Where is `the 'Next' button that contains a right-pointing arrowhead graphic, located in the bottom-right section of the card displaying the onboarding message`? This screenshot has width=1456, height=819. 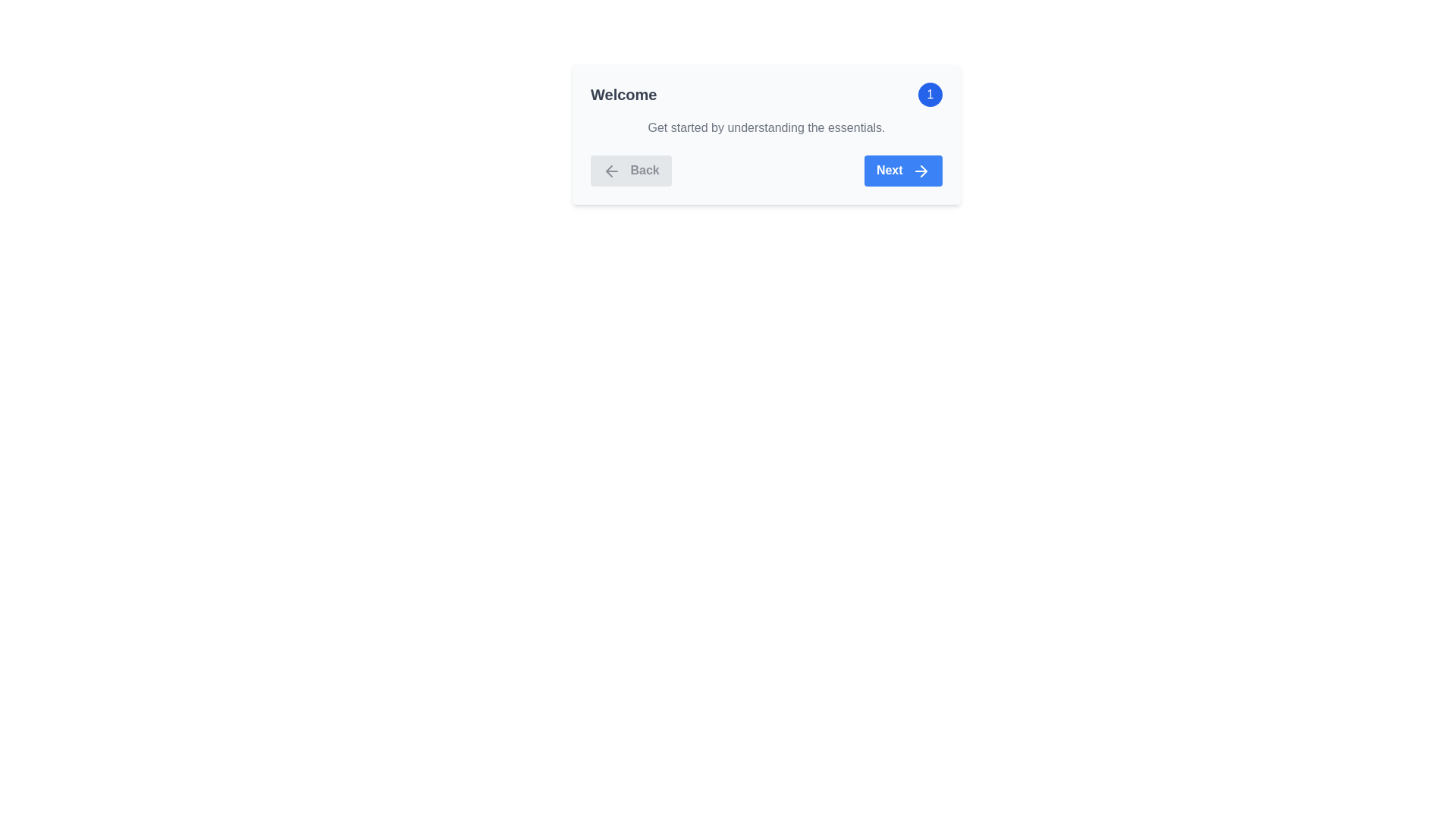 the 'Next' button that contains a right-pointing arrowhead graphic, located in the bottom-right section of the card displaying the onboarding message is located at coordinates (923, 171).